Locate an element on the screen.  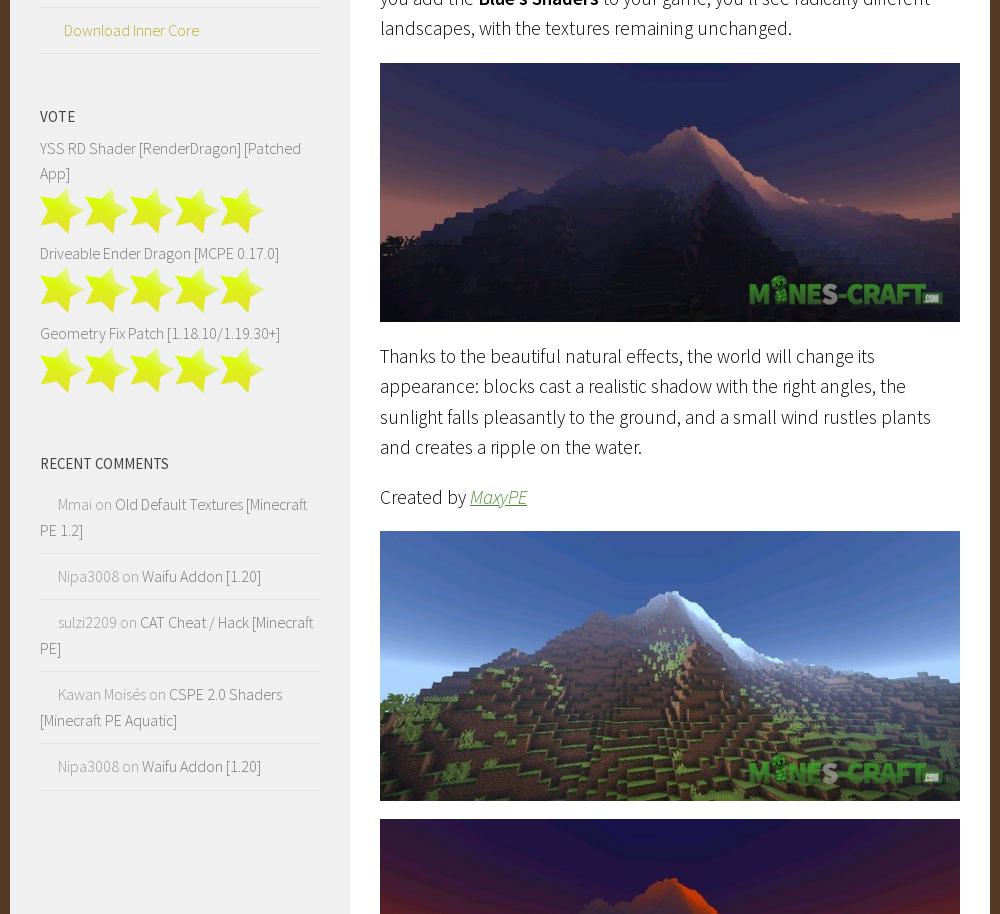
'Geometry Fix Patch [1.18.10/1.19.30+]' is located at coordinates (40, 330).